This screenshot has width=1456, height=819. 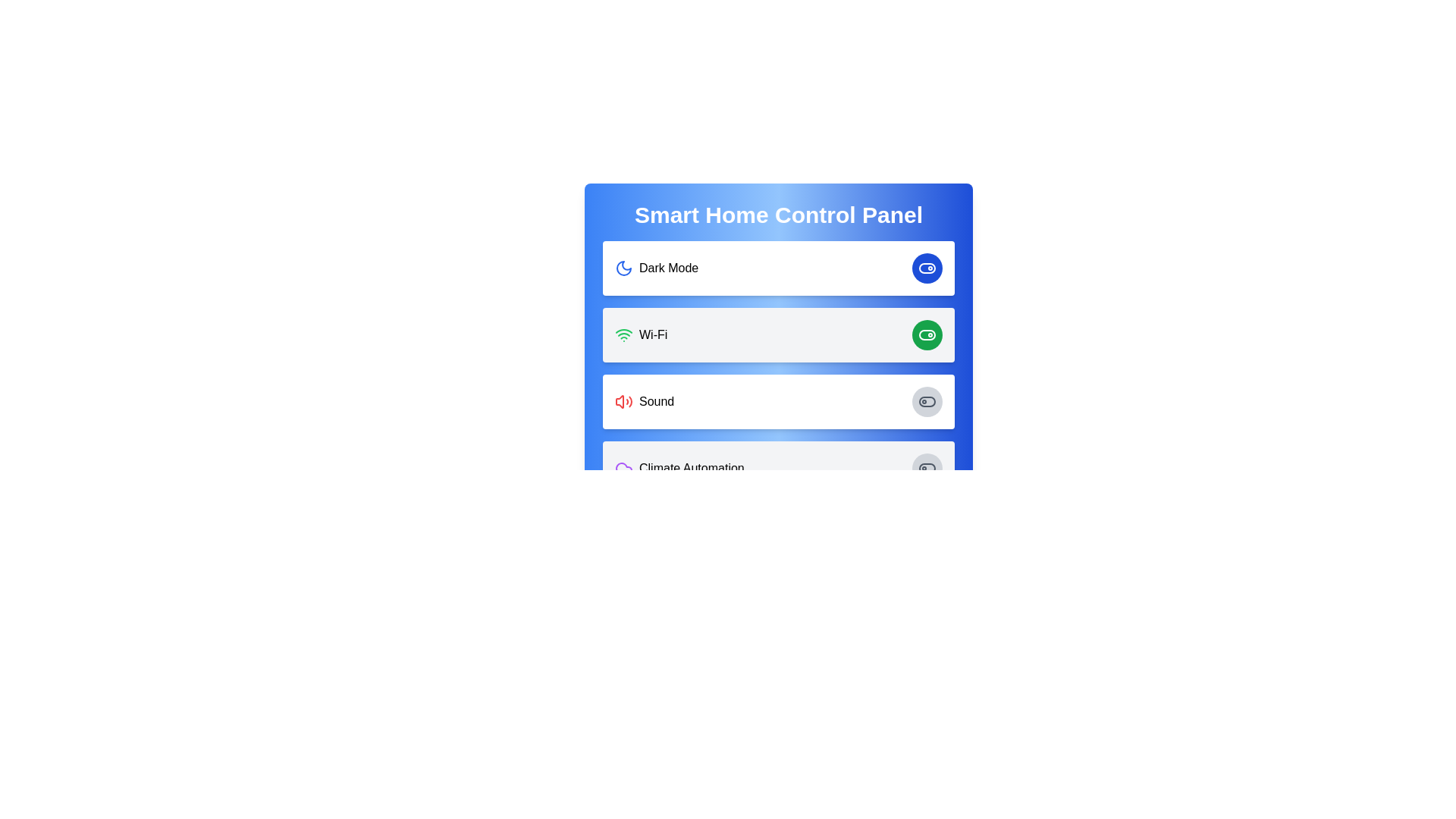 I want to click on the text label that describes the dark mode setting option, which is located within a horizontal layout next to a crescent moon icon, so click(x=668, y=268).